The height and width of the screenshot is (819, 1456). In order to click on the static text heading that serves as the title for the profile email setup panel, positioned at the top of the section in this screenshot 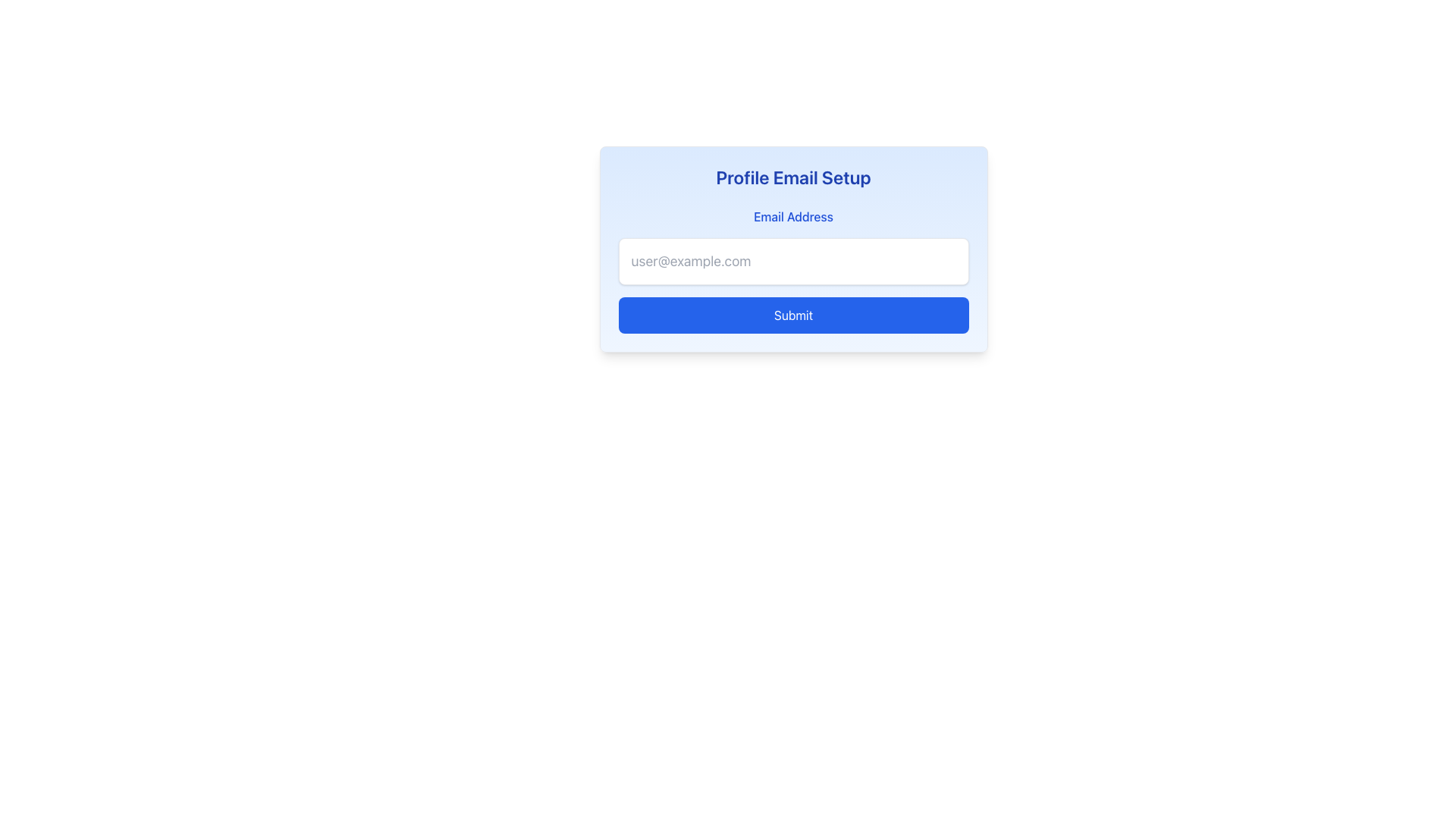, I will do `click(792, 177)`.